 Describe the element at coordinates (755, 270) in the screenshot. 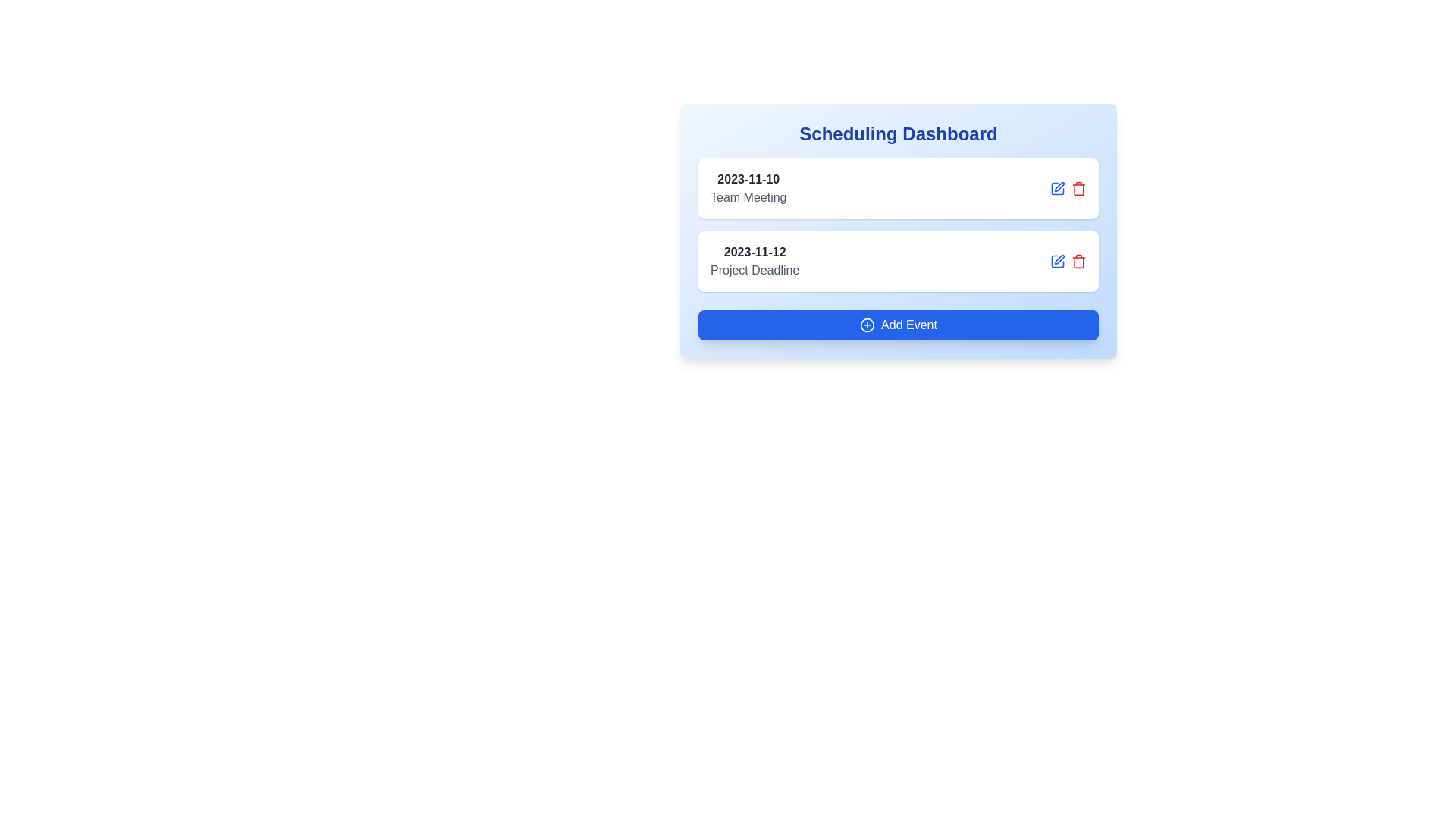

I see `the Text label that provides descriptive information about the associated date '2023-11-12', located in the middle section of the Scheduling Dashboard, specifically in the second event block` at that location.